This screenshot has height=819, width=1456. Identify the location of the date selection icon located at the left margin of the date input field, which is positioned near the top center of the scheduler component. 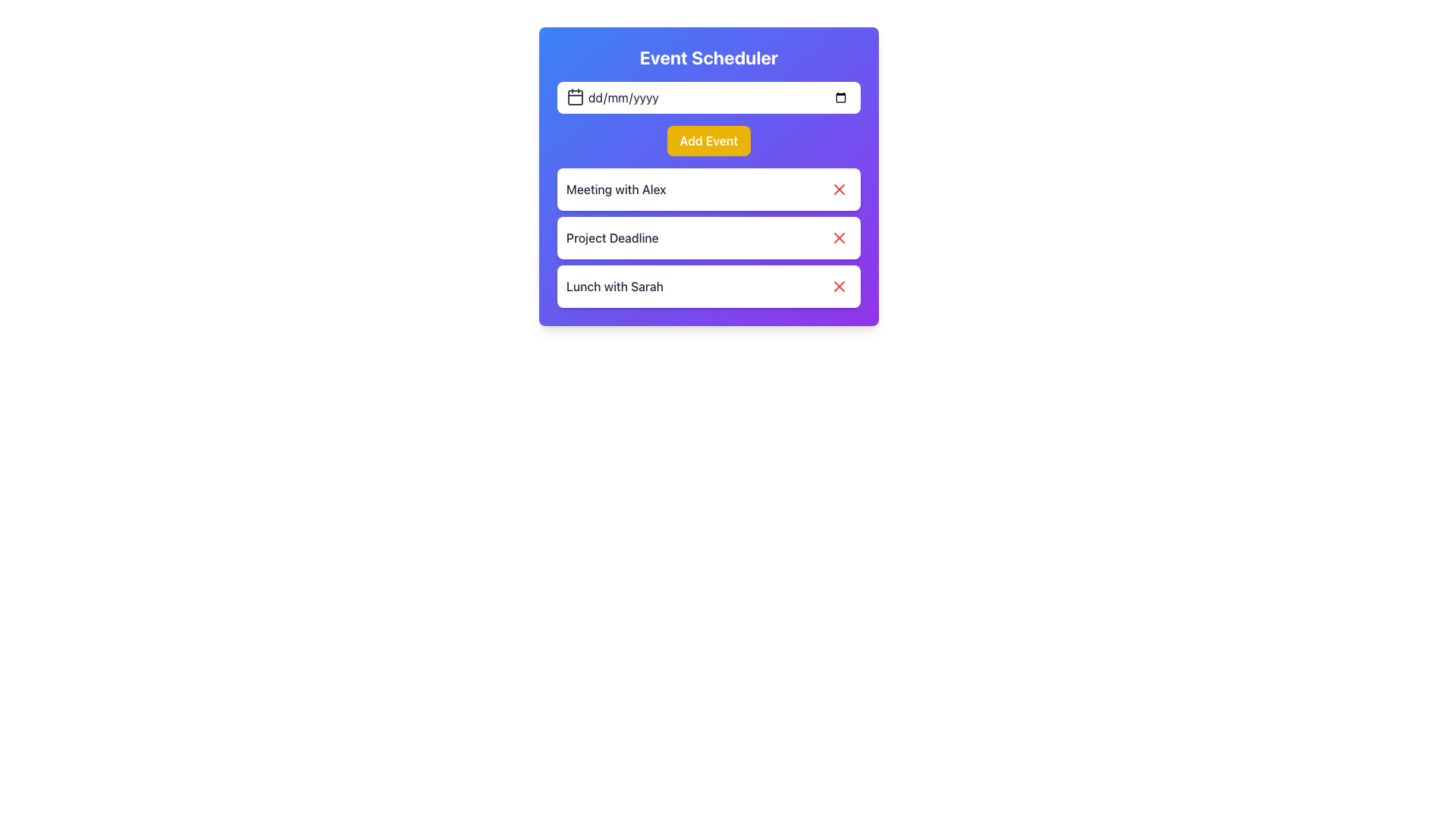
(574, 96).